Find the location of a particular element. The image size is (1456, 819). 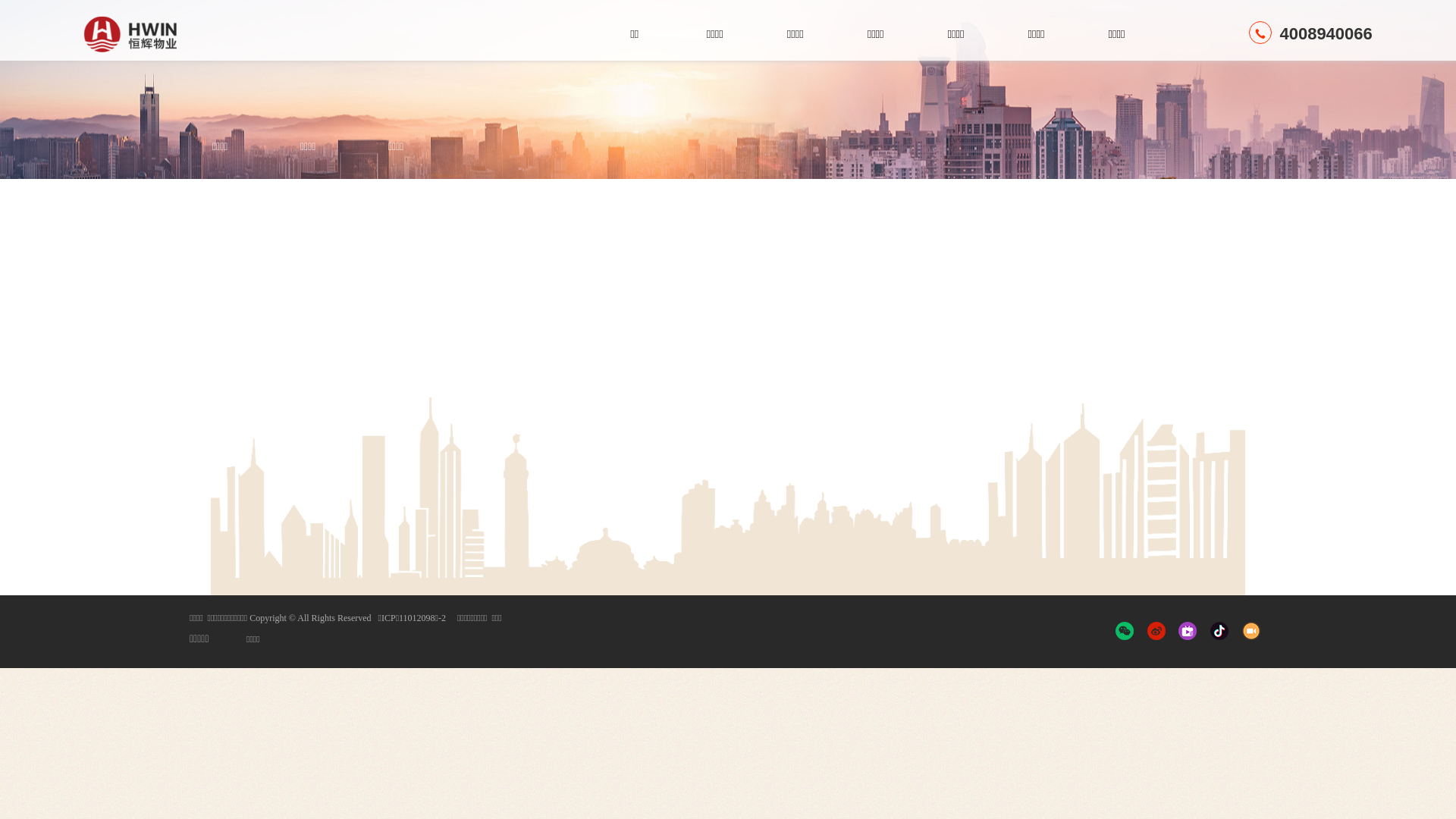

'4008940066' is located at coordinates (1310, 33).